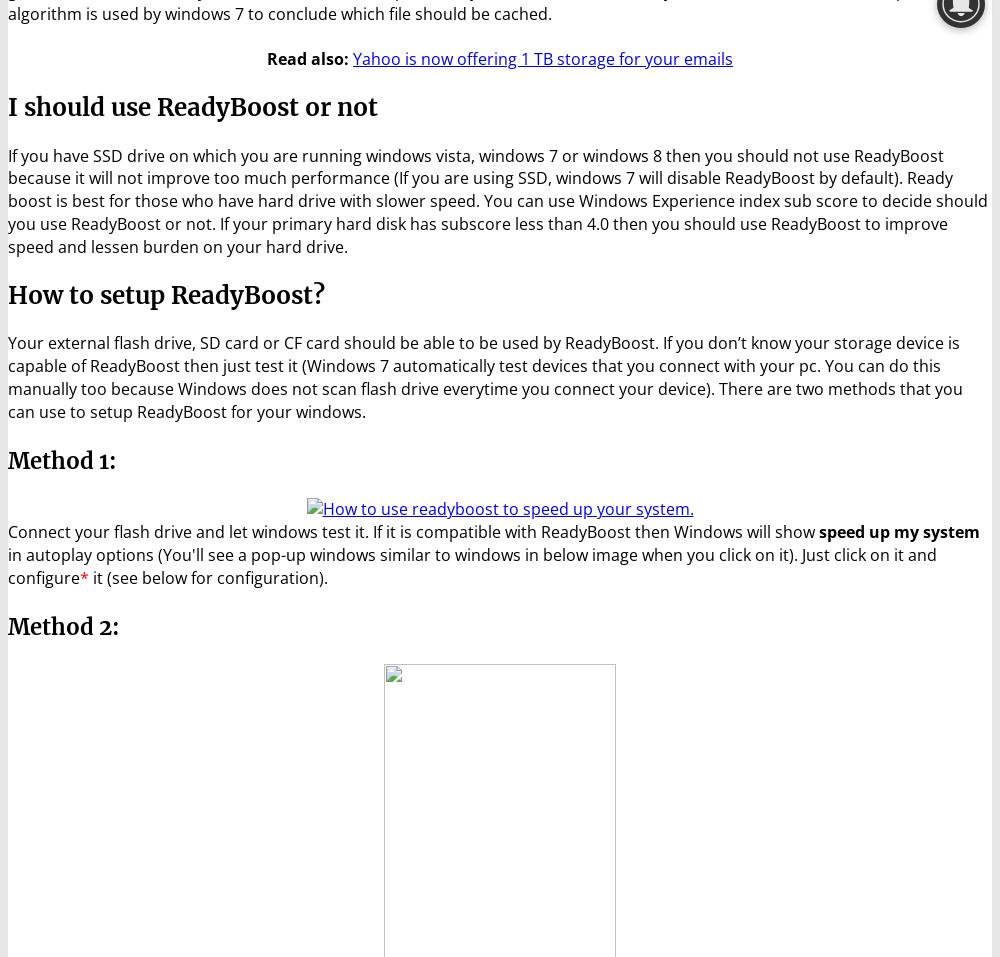  I want to click on 'it (see below for configuration).', so click(207, 575).